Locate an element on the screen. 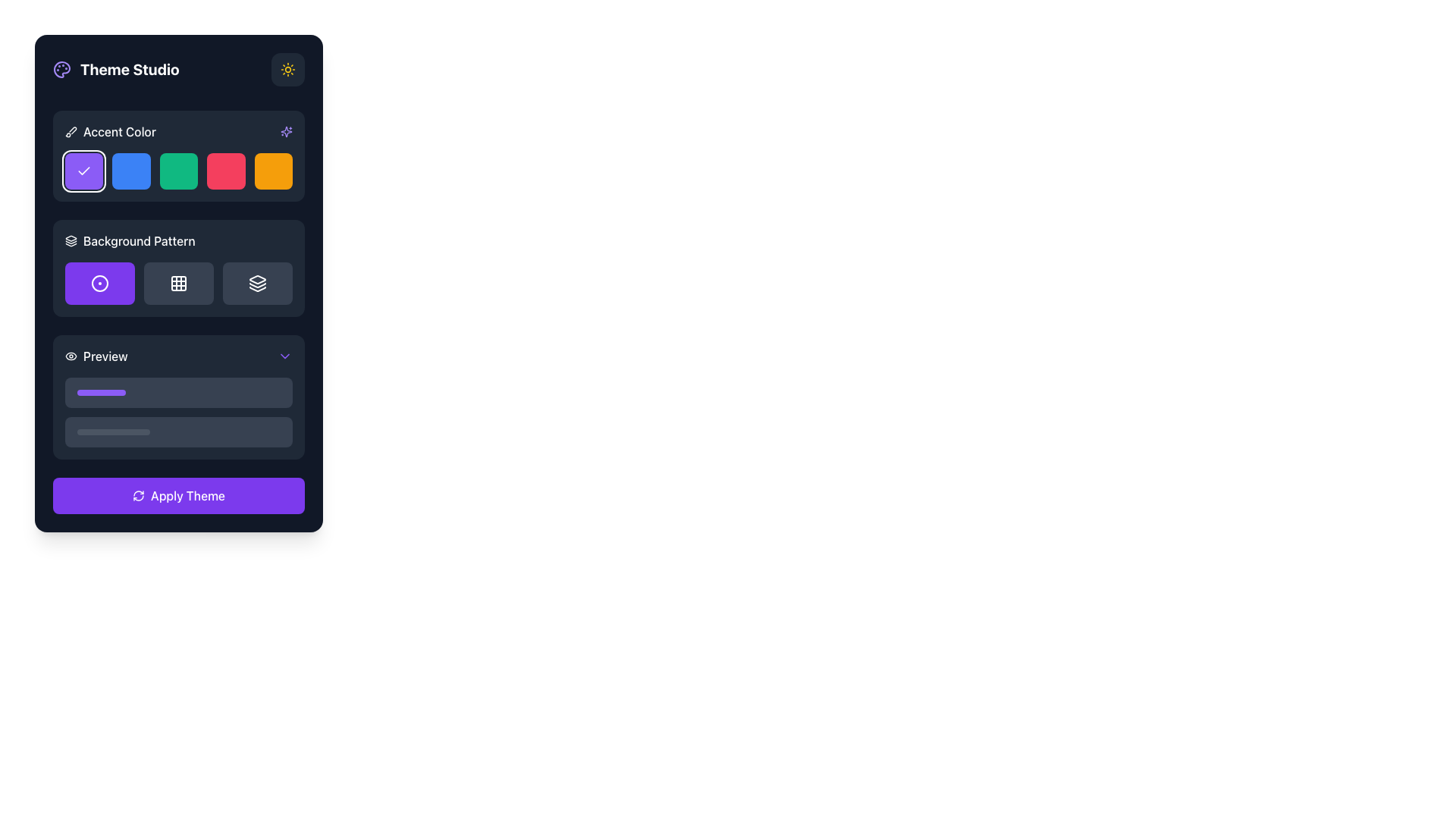 This screenshot has width=1456, height=819. the selectable icon within the background patterns section of the Theme Studio is located at coordinates (178, 268).